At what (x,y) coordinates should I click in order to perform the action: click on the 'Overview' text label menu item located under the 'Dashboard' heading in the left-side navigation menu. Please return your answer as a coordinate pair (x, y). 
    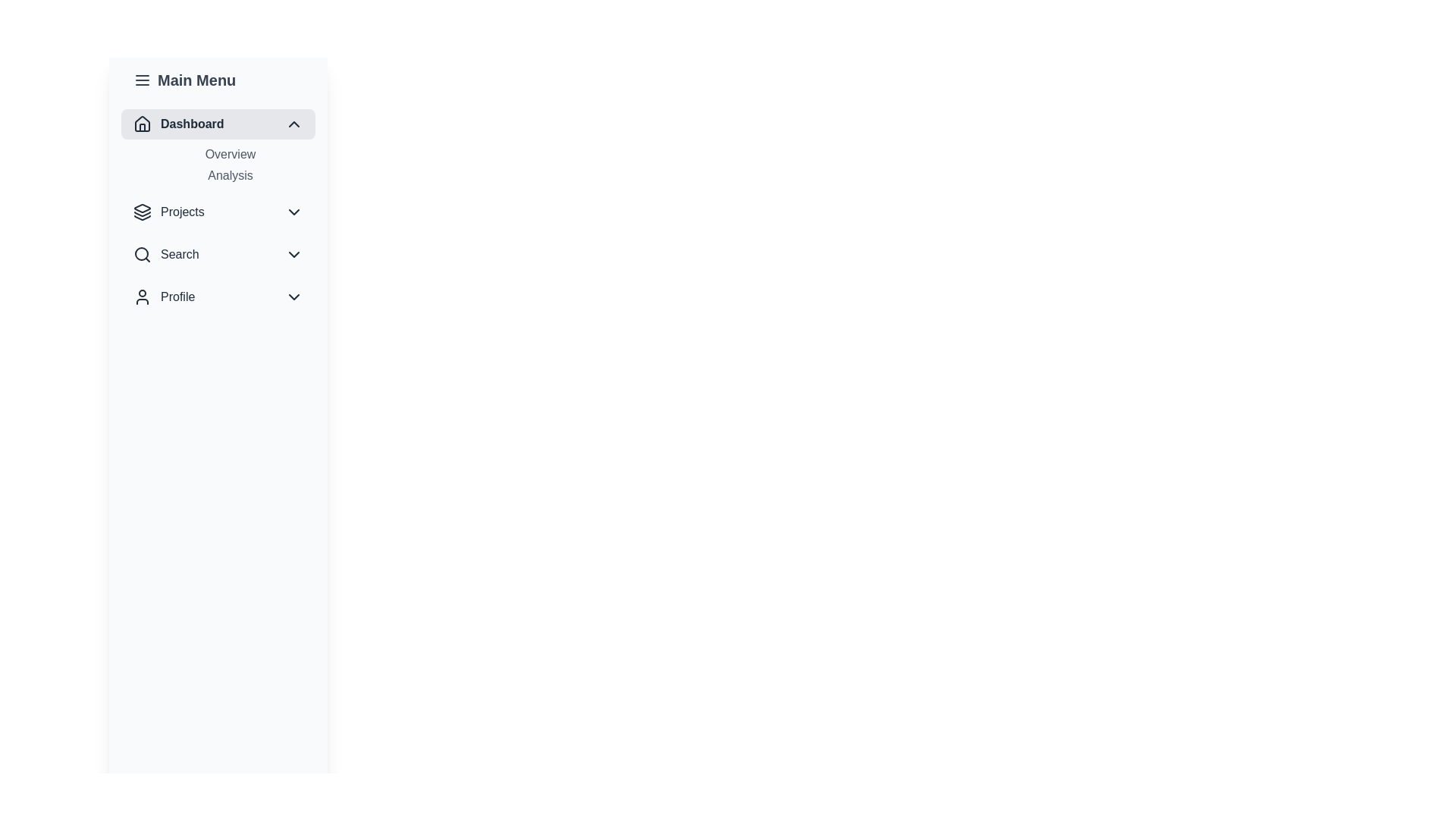
    Looking at the image, I should click on (229, 155).